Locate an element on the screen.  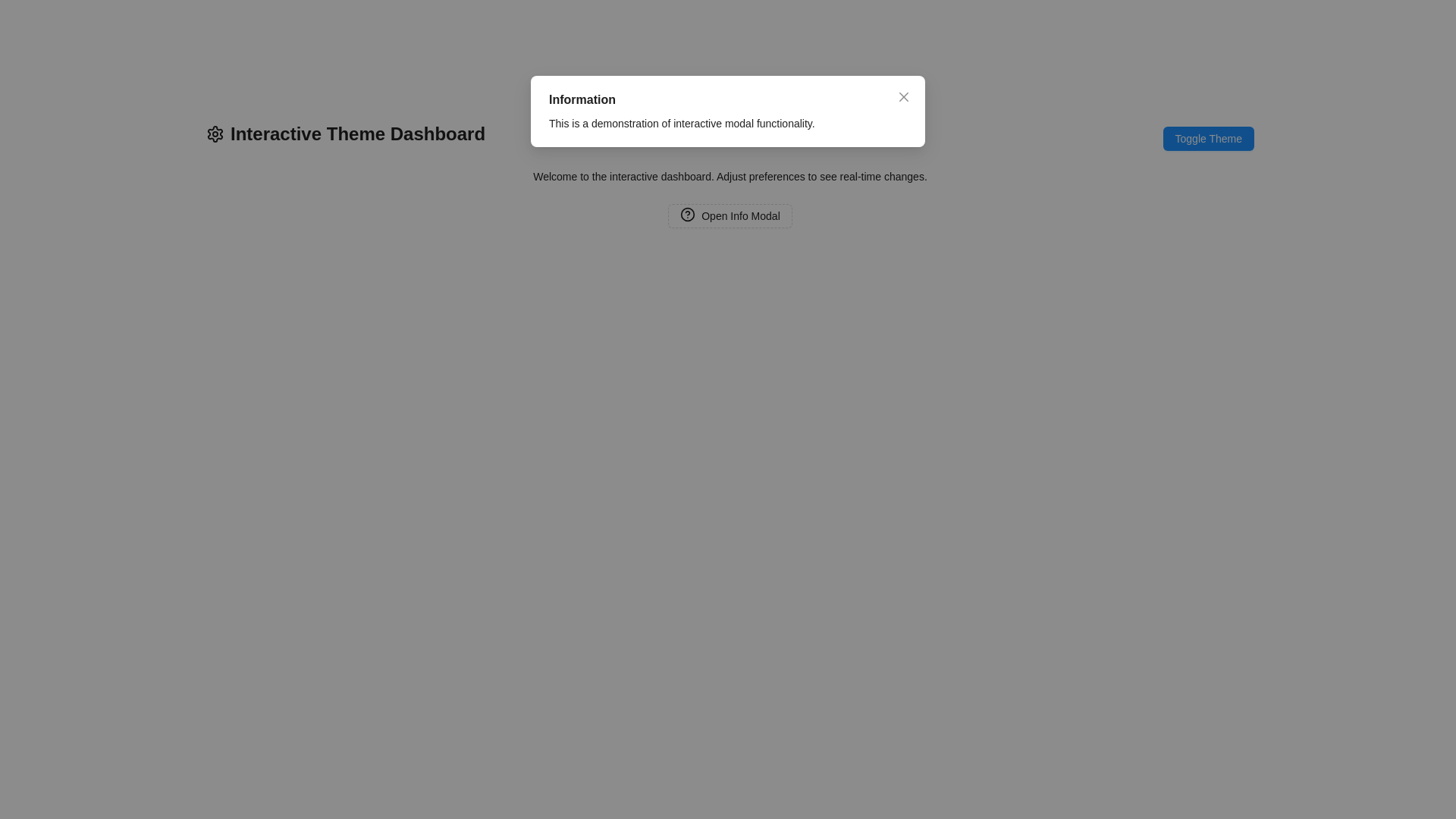
the settings icon represented as a gear-shaped vector graphic, located on the left side of the interface, slightly above the midline is located at coordinates (214, 133).